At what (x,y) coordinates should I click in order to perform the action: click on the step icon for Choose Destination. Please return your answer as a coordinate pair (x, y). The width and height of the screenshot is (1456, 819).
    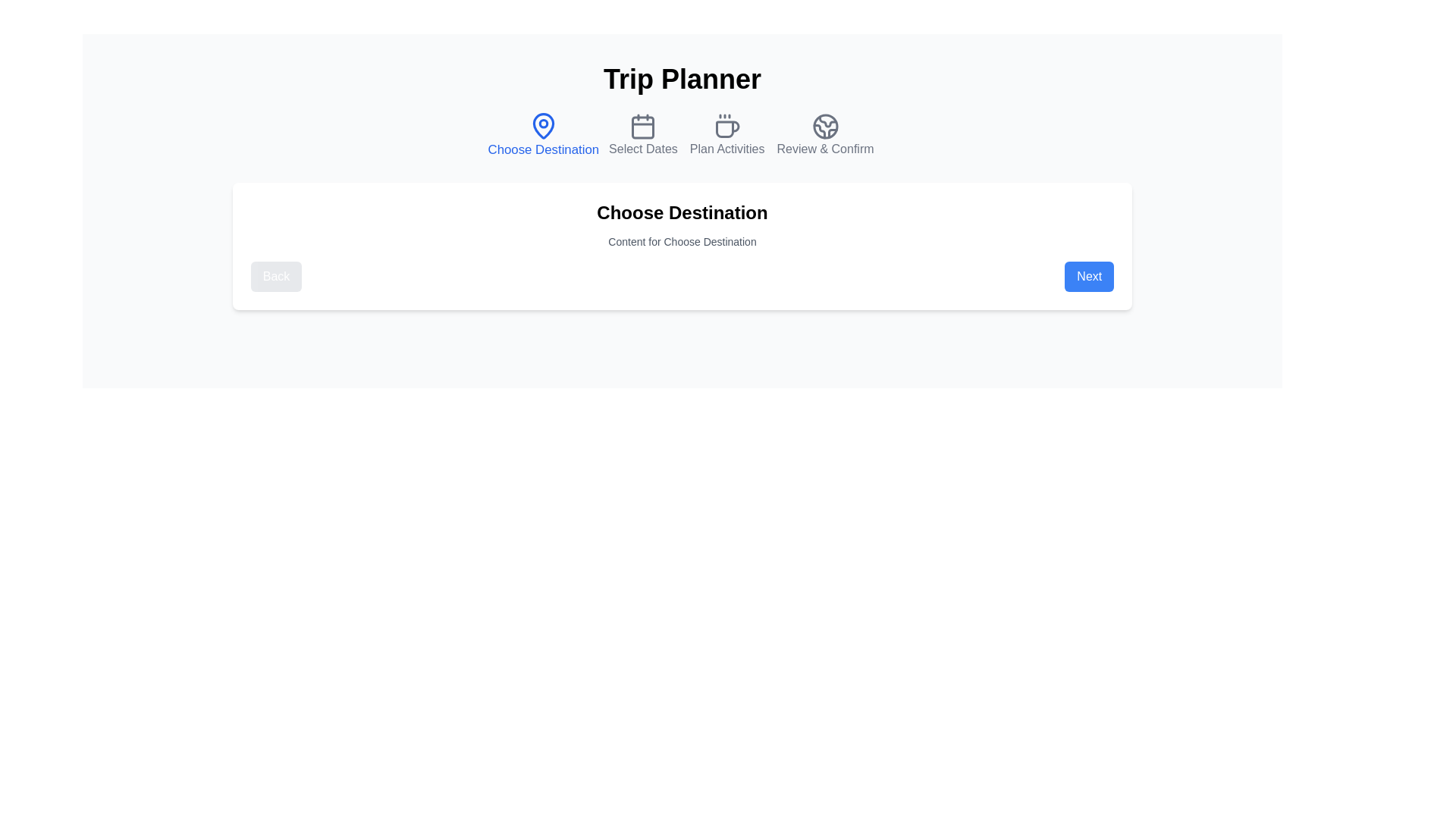
    Looking at the image, I should click on (544, 134).